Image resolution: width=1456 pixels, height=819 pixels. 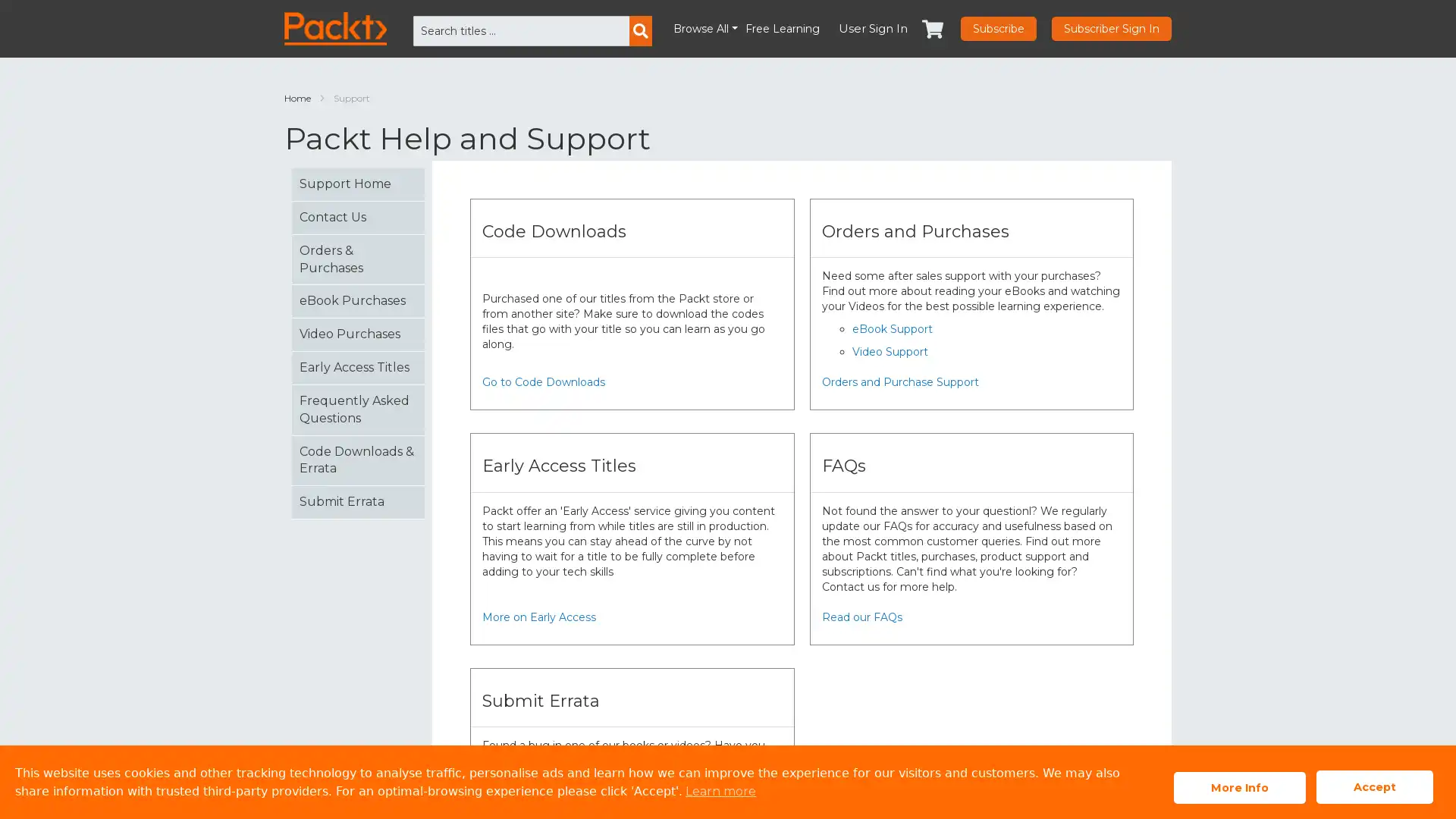 What do you see at coordinates (1240, 786) in the screenshot?
I see `More Info` at bounding box center [1240, 786].